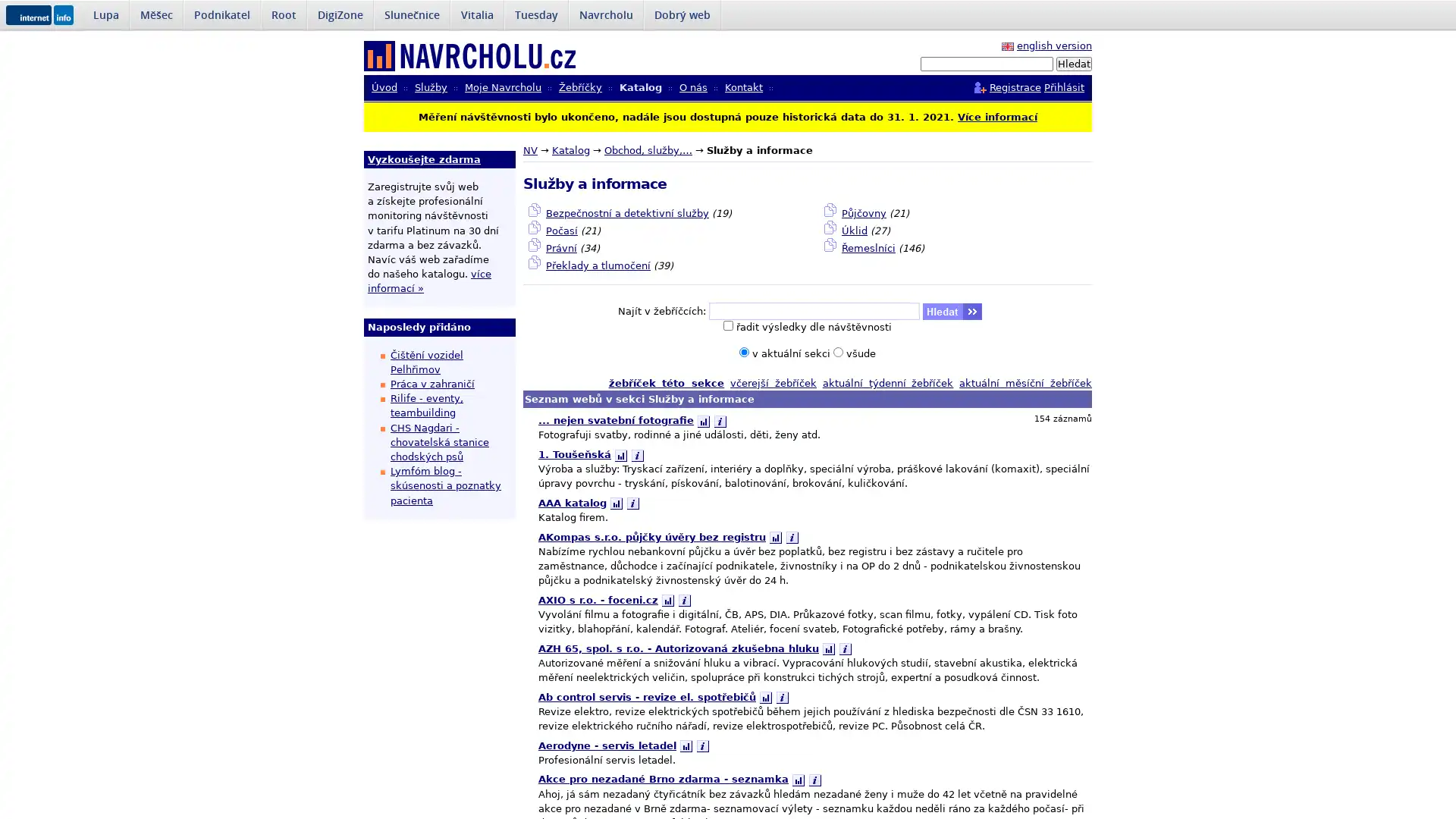 This screenshot has width=1456, height=819. Describe the element at coordinates (1073, 63) in the screenshot. I see `Hledat` at that location.